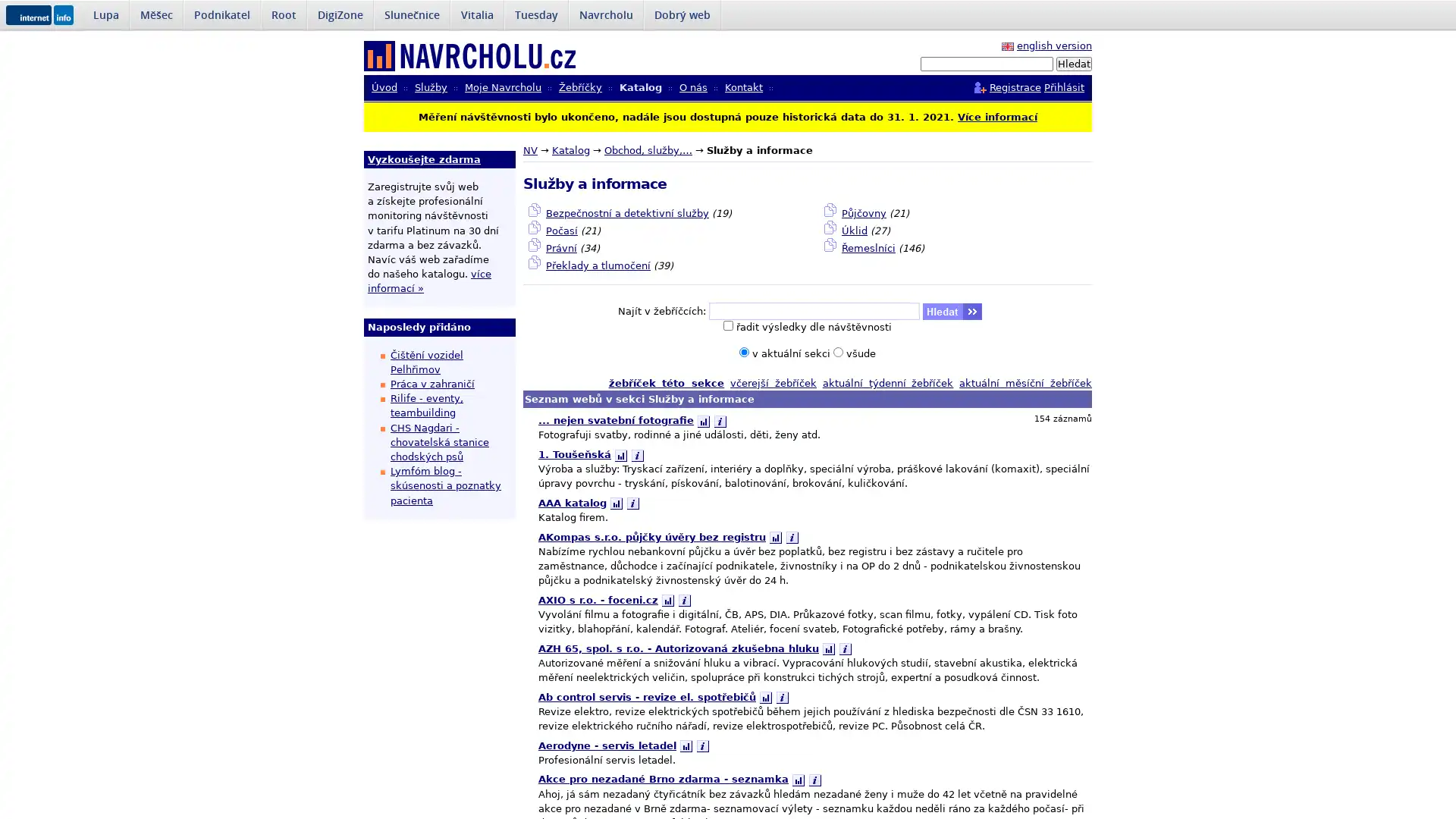 This screenshot has width=1456, height=819. Describe the element at coordinates (1073, 63) in the screenshot. I see `Hledat` at that location.